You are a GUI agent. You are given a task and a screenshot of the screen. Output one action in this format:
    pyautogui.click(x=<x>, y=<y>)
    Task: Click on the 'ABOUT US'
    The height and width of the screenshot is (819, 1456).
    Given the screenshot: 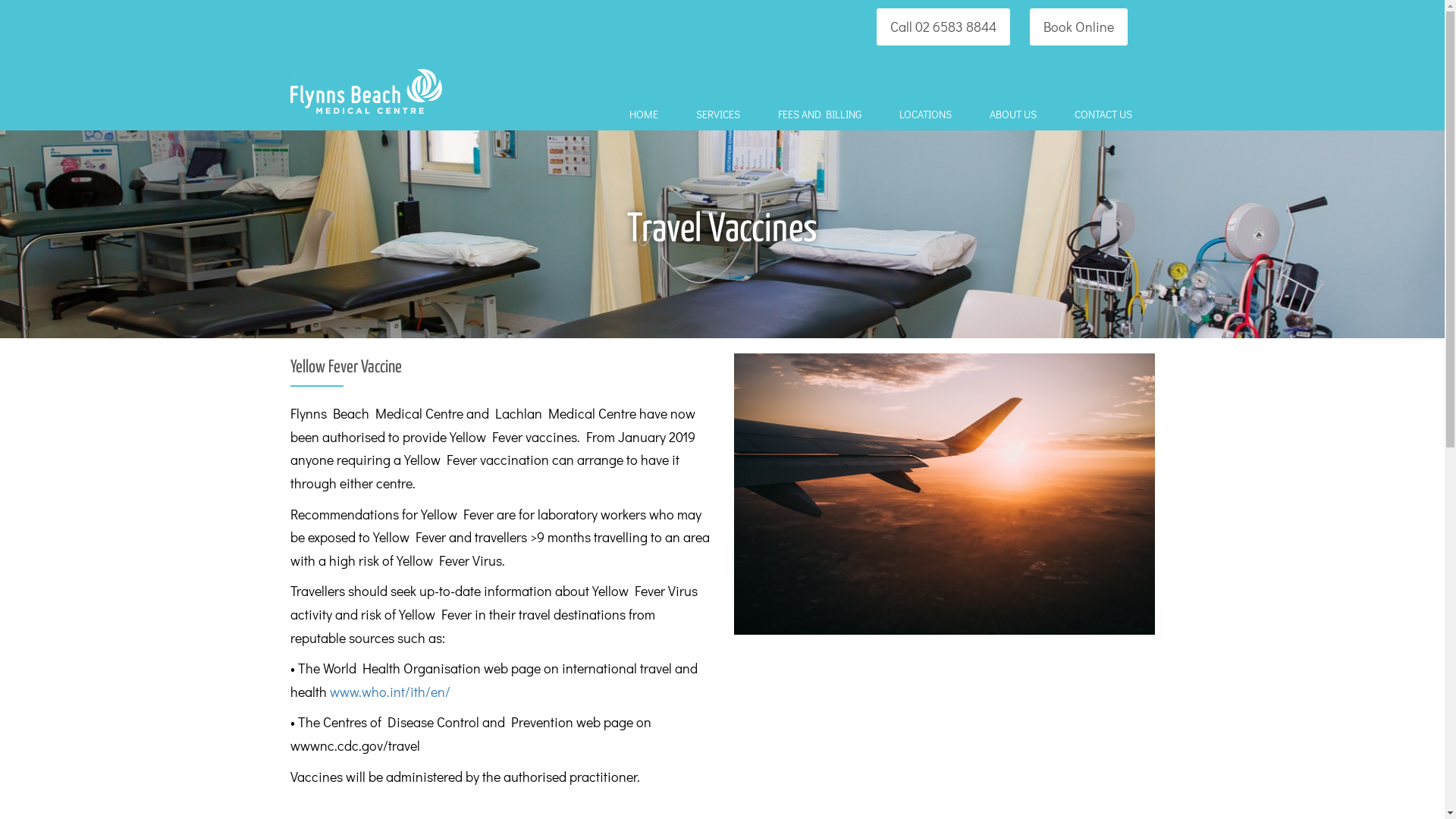 What is the action you would take?
    pyautogui.click(x=1015, y=114)
    